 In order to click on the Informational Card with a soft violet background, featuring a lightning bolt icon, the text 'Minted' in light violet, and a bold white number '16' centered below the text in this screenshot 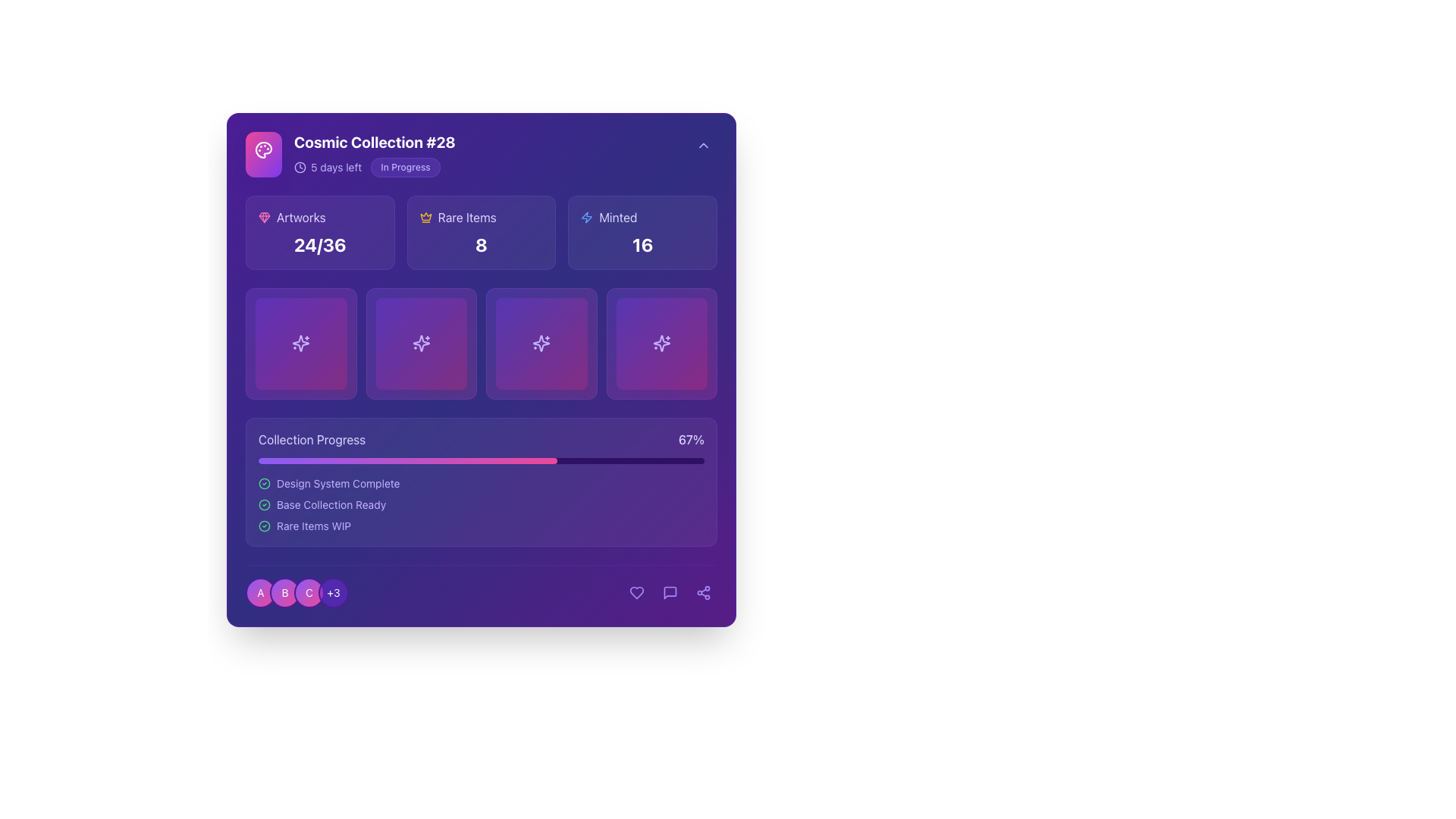, I will do `click(642, 233)`.